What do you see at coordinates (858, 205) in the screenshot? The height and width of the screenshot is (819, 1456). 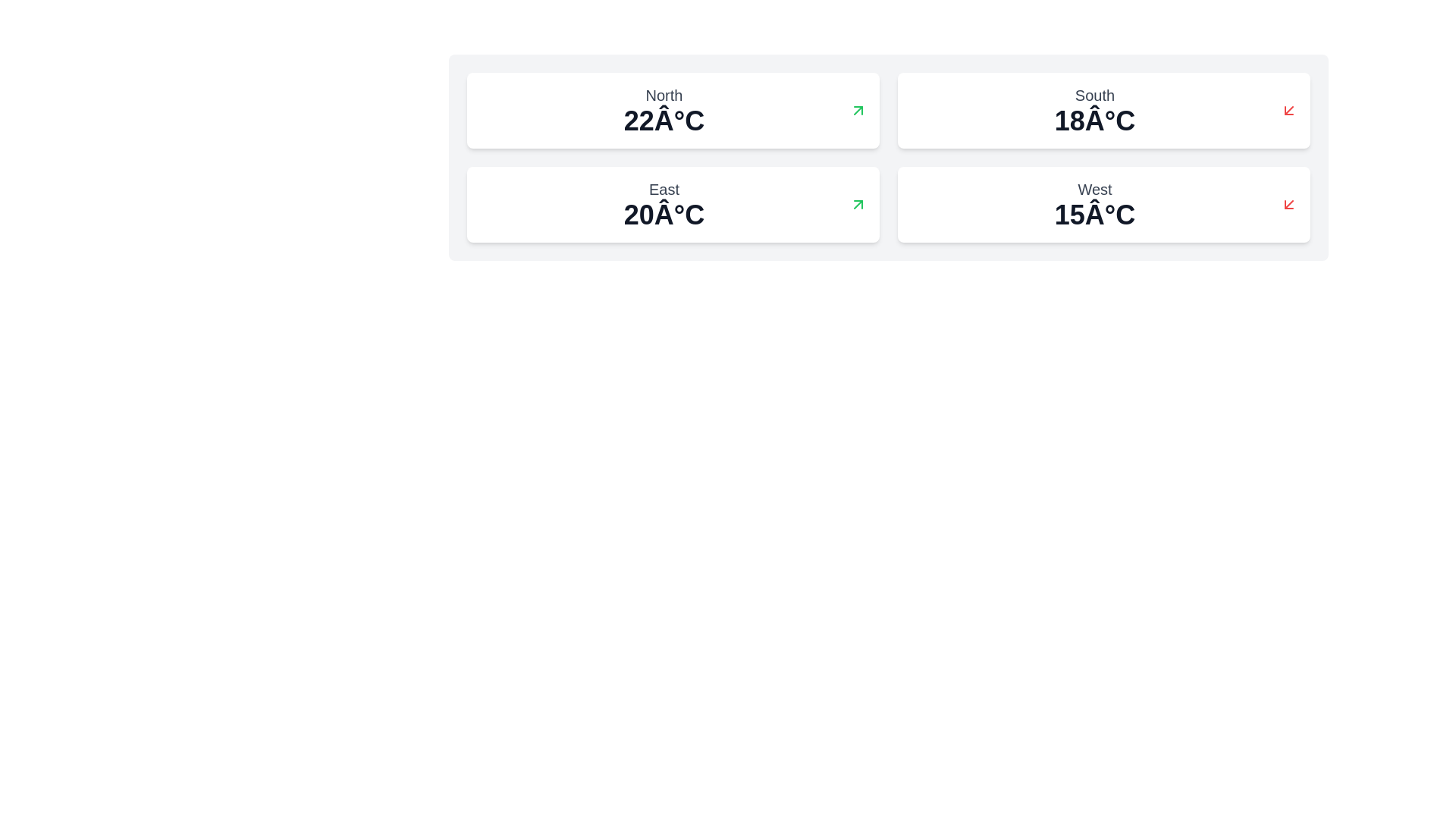 I see `the small upward-right pointing green arrow icon located at the far-right end of the rectangular card labeled 'East' and '20°C'` at bounding box center [858, 205].